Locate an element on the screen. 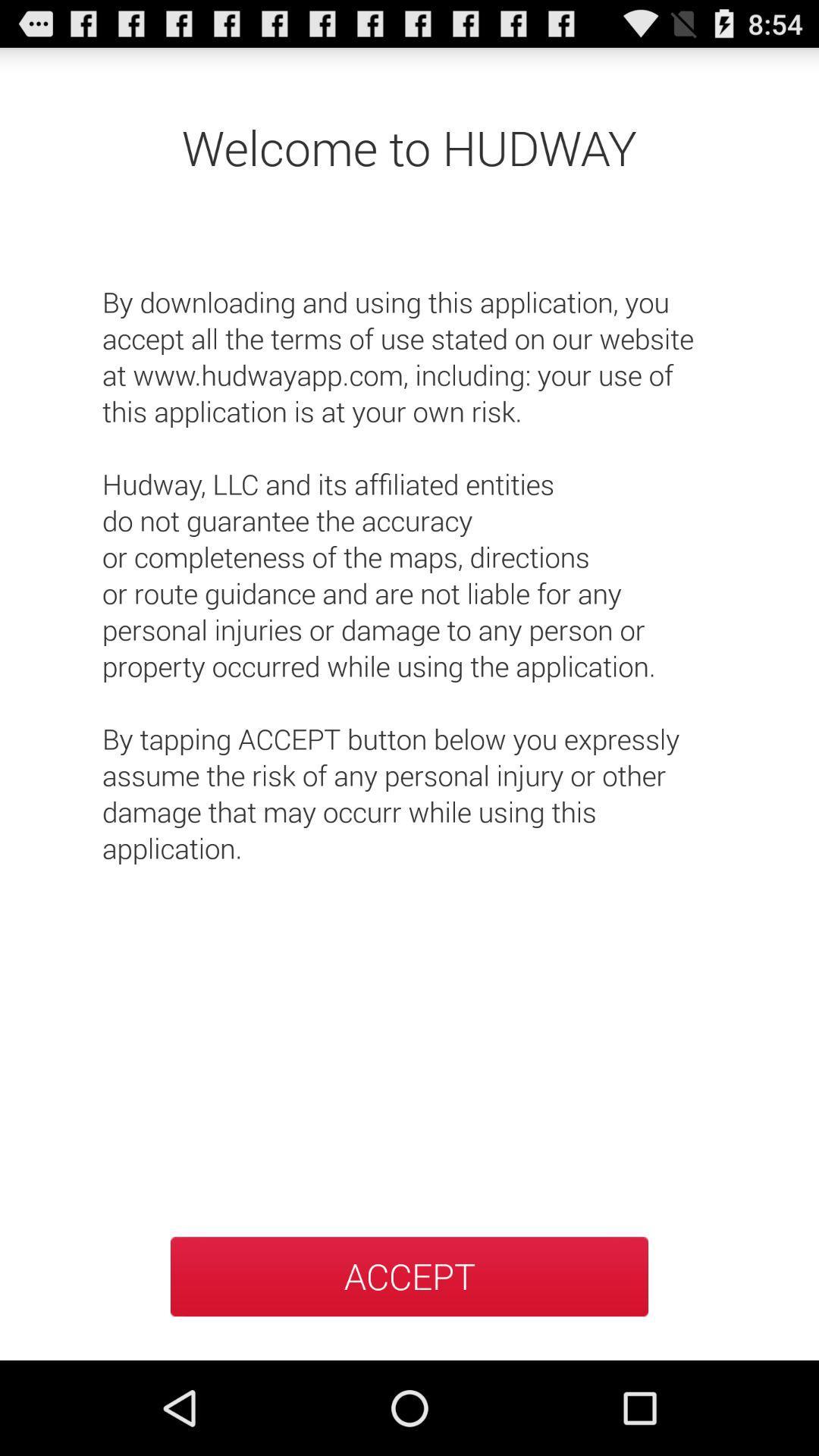  the by downloading and icon is located at coordinates (409, 556).